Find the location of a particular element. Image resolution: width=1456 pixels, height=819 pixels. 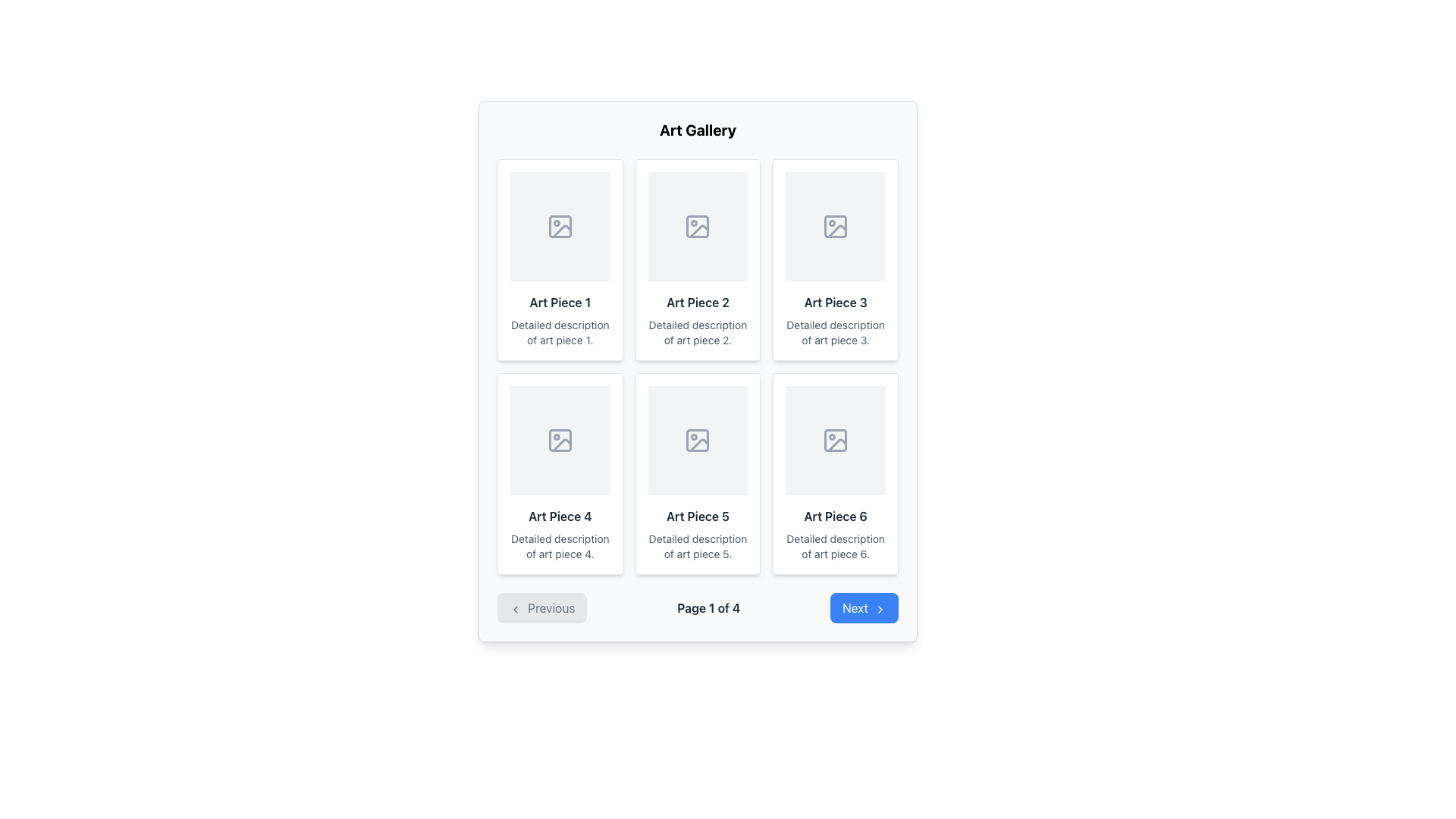

the first art piece card in the gallery is located at coordinates (559, 259).